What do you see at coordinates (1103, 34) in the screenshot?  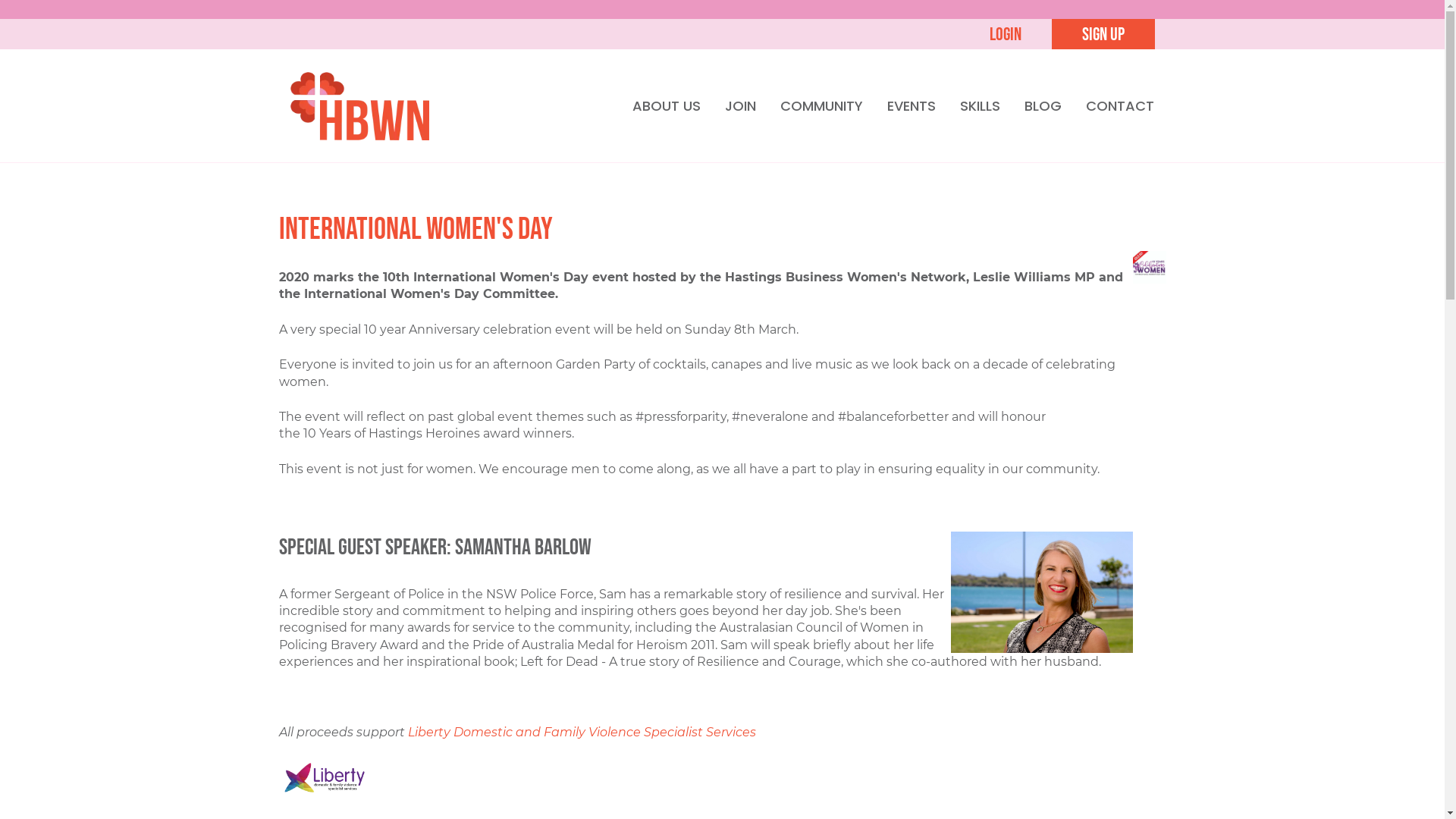 I see `'Sign up'` at bounding box center [1103, 34].